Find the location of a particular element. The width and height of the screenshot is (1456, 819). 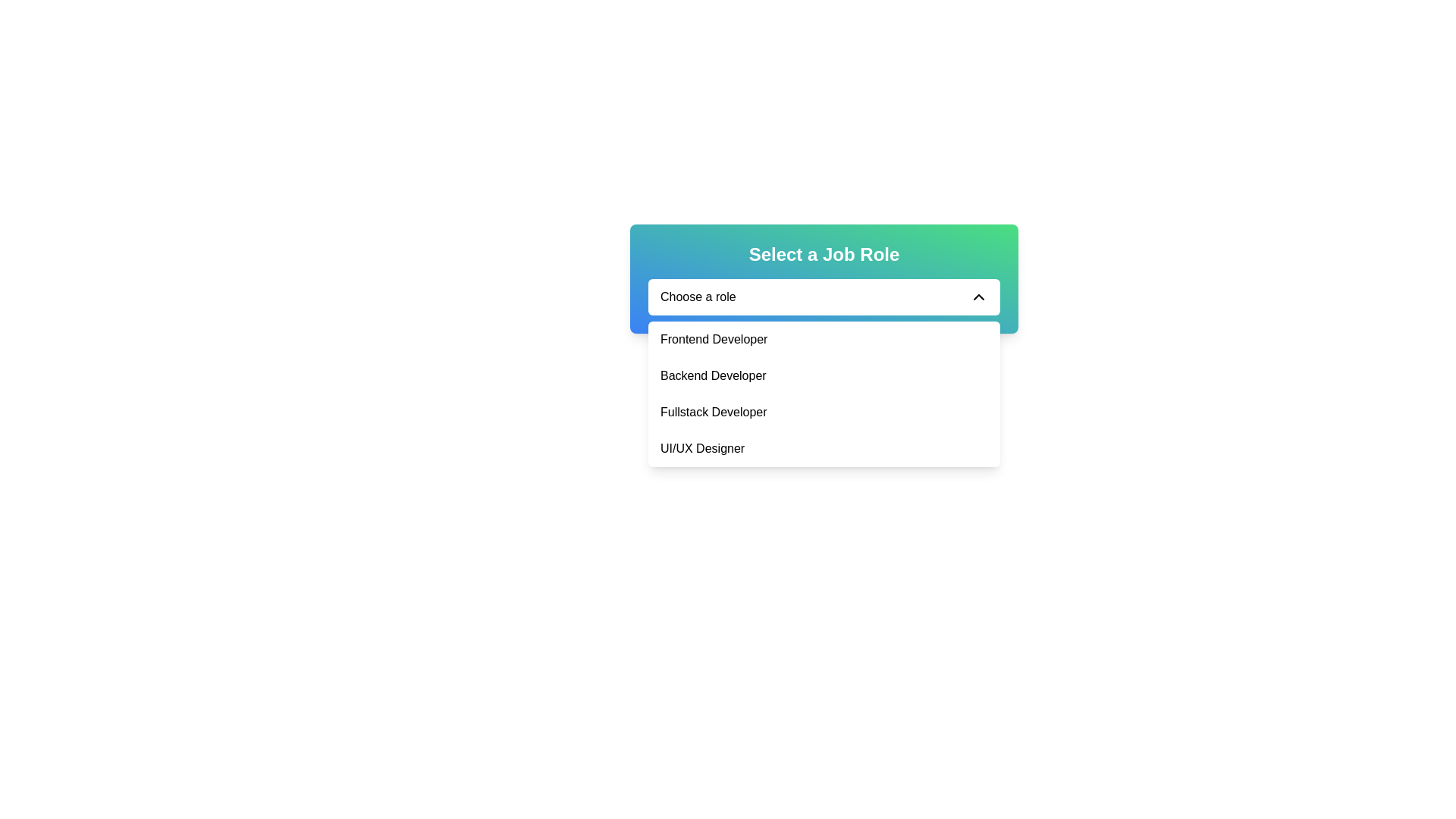

the third option 'Fullstack Developer' in the dropdown menu located below 'Choose a role' is located at coordinates (823, 394).